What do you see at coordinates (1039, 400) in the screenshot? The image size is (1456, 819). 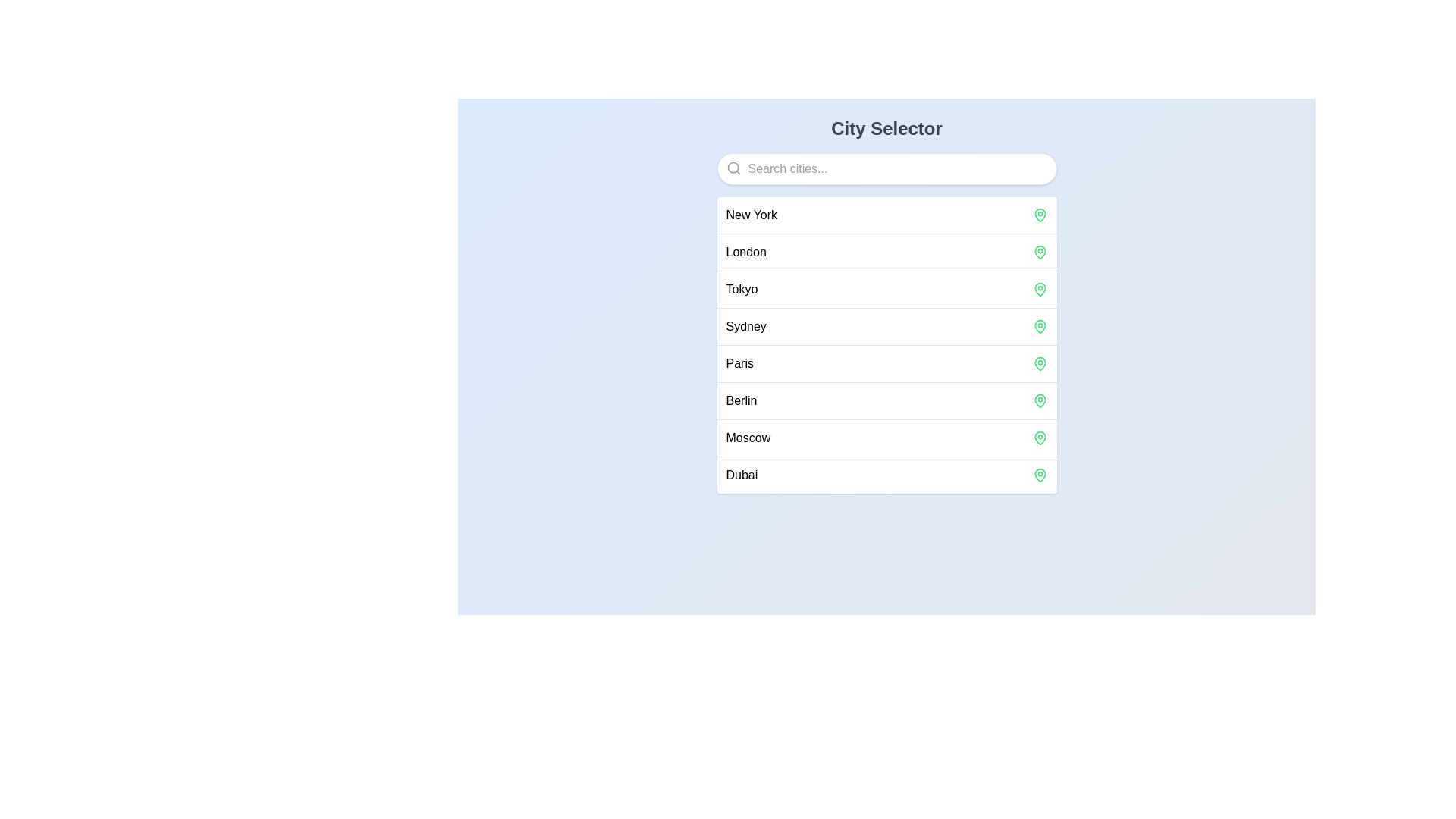 I see `the green SVG map pin icon located to the right of the text 'Berlin'` at bounding box center [1039, 400].